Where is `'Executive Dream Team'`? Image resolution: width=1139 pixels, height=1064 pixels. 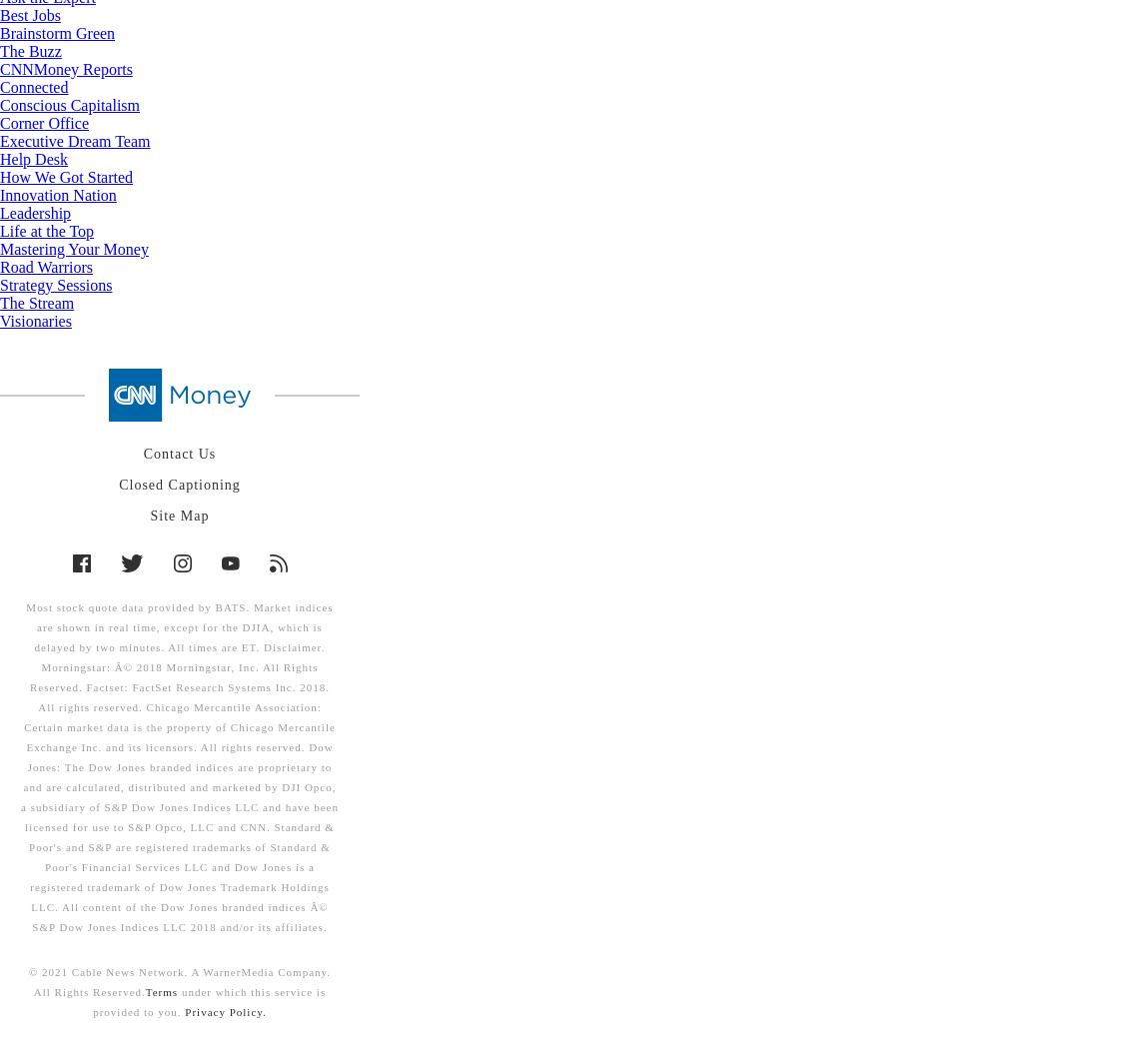 'Executive Dream Team' is located at coordinates (74, 140).